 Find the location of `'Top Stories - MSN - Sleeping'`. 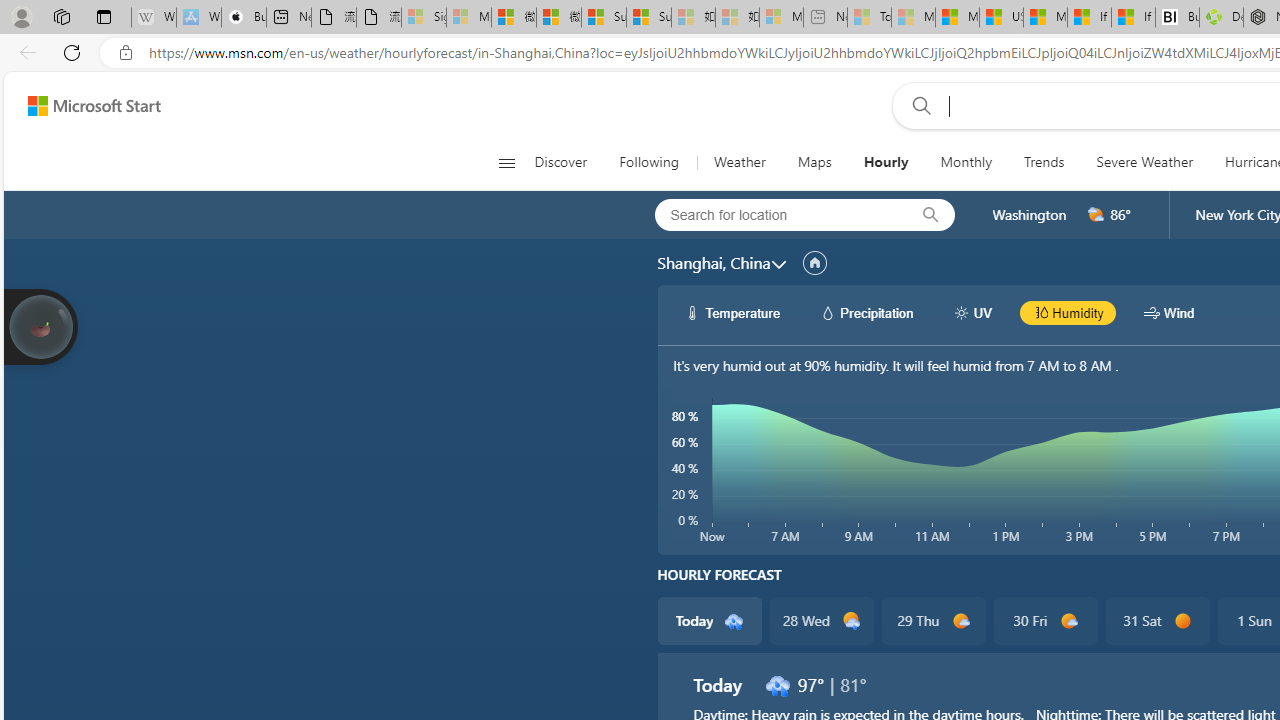

'Top Stories - MSN - Sleeping' is located at coordinates (869, 17).